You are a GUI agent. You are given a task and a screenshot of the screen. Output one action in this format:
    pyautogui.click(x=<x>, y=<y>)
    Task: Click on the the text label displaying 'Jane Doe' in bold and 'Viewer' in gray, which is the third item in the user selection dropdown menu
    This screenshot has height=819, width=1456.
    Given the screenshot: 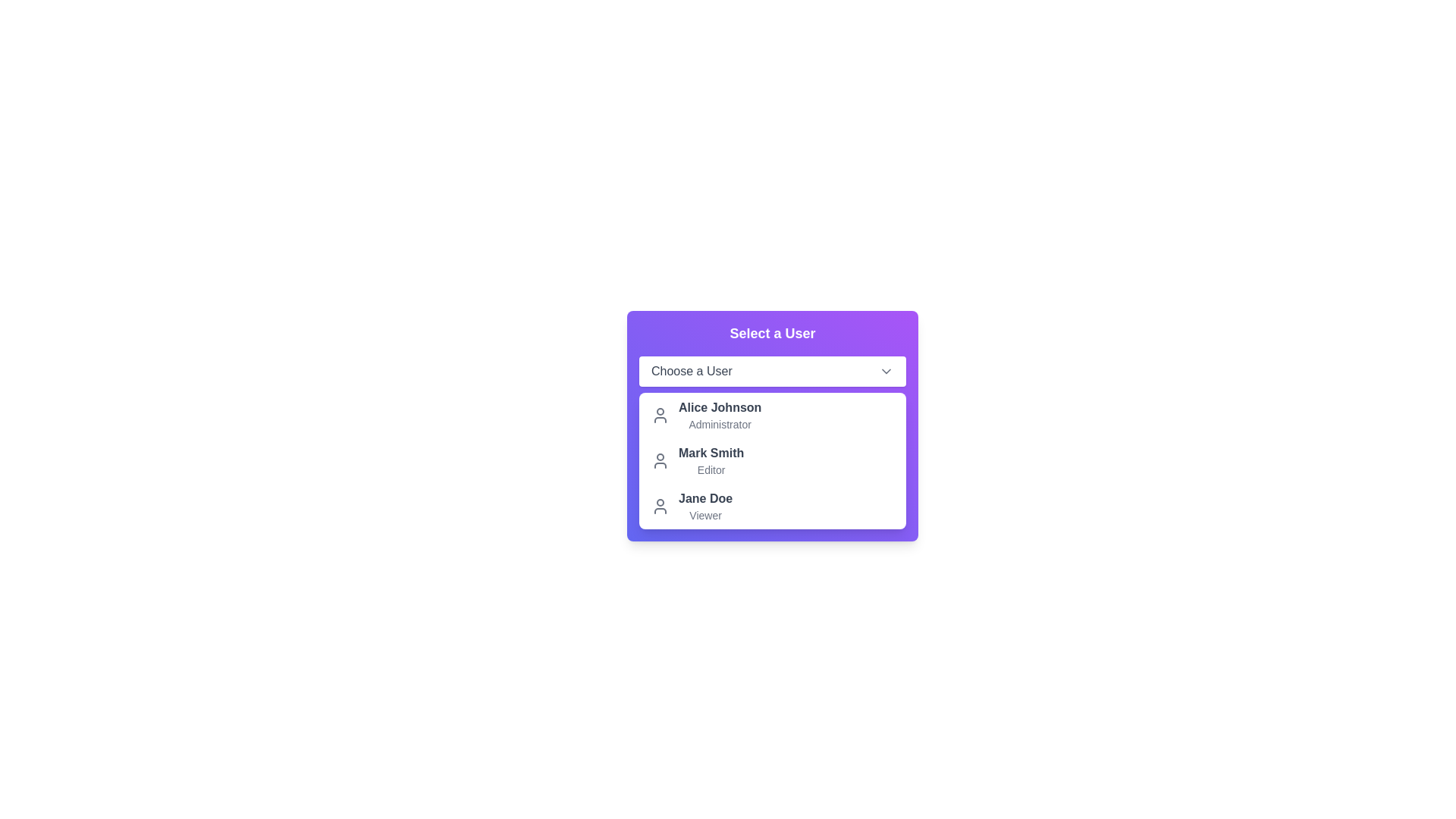 What is the action you would take?
    pyautogui.click(x=704, y=506)
    